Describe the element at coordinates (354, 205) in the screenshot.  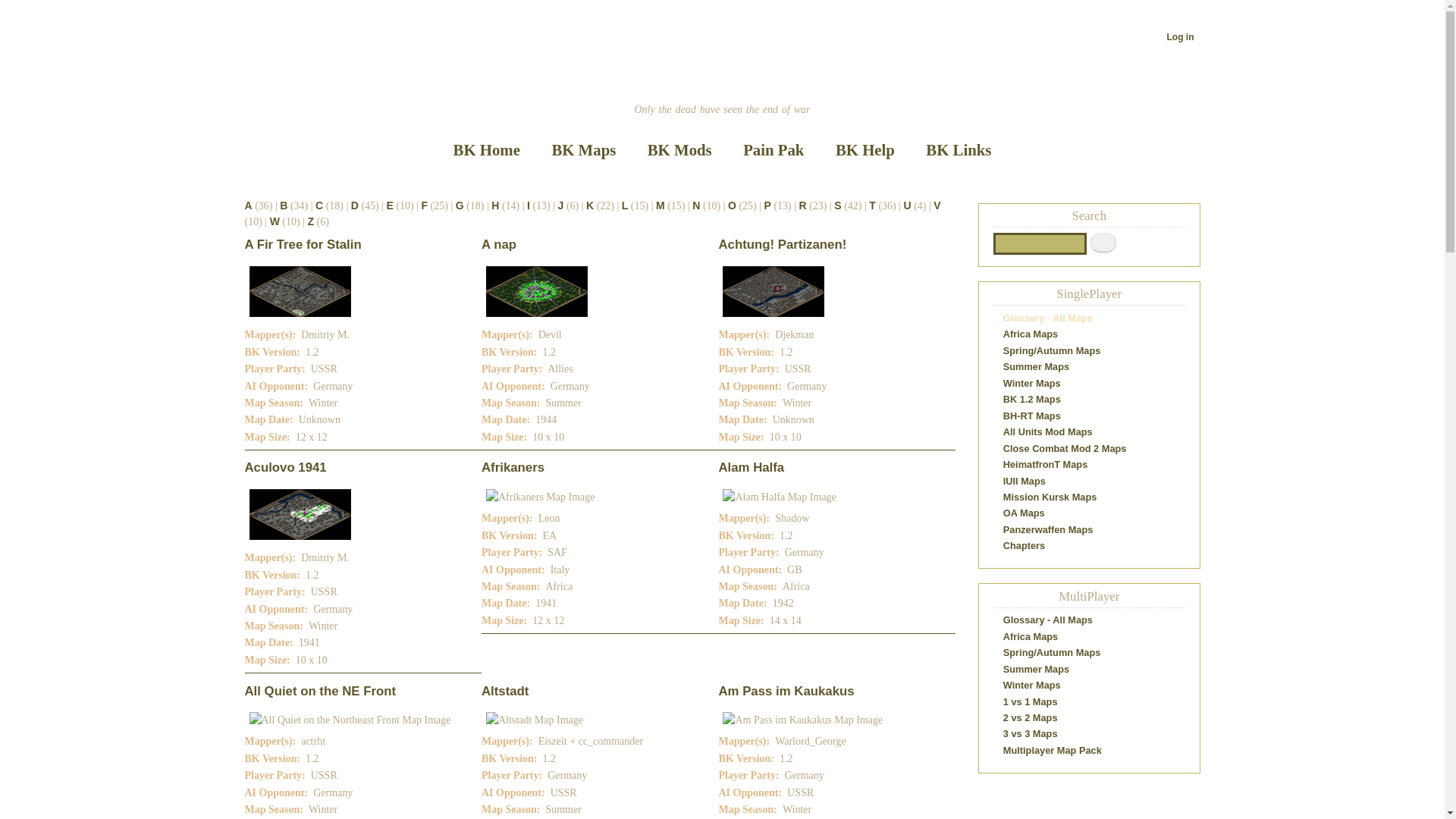
I see `'D'` at that location.